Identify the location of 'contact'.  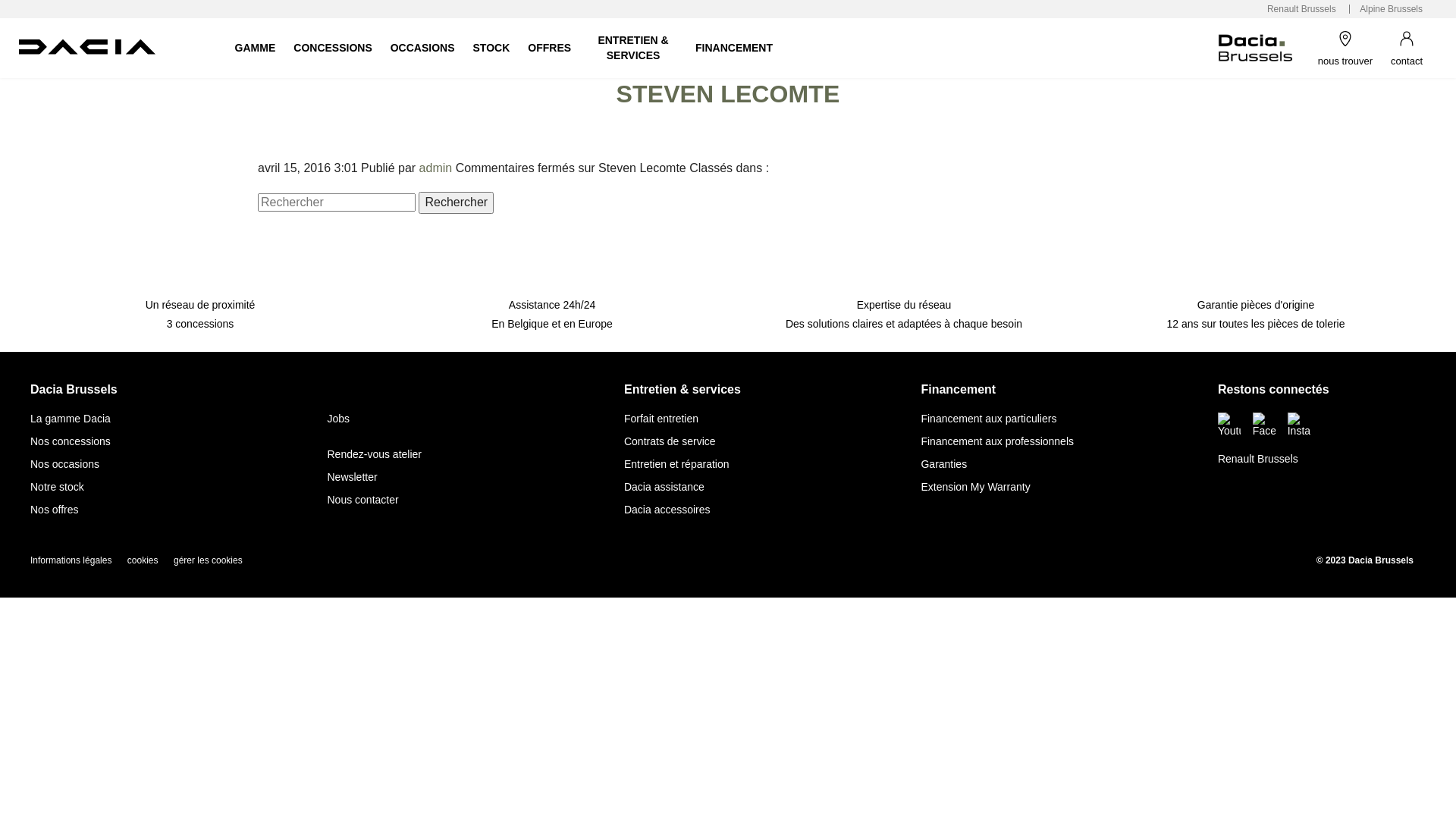
(1405, 46).